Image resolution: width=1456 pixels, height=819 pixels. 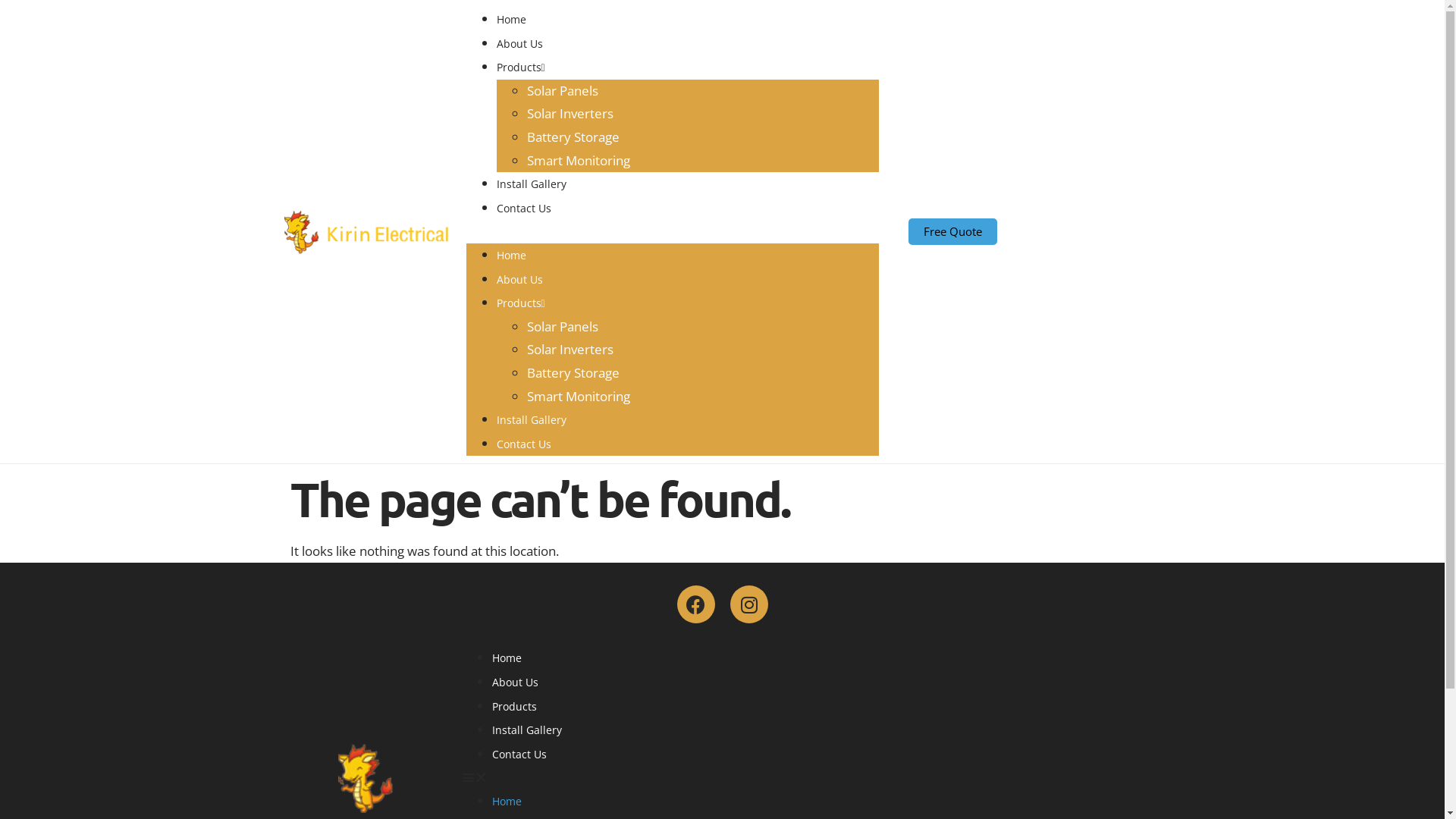 What do you see at coordinates (510, 254) in the screenshot?
I see `'Home'` at bounding box center [510, 254].